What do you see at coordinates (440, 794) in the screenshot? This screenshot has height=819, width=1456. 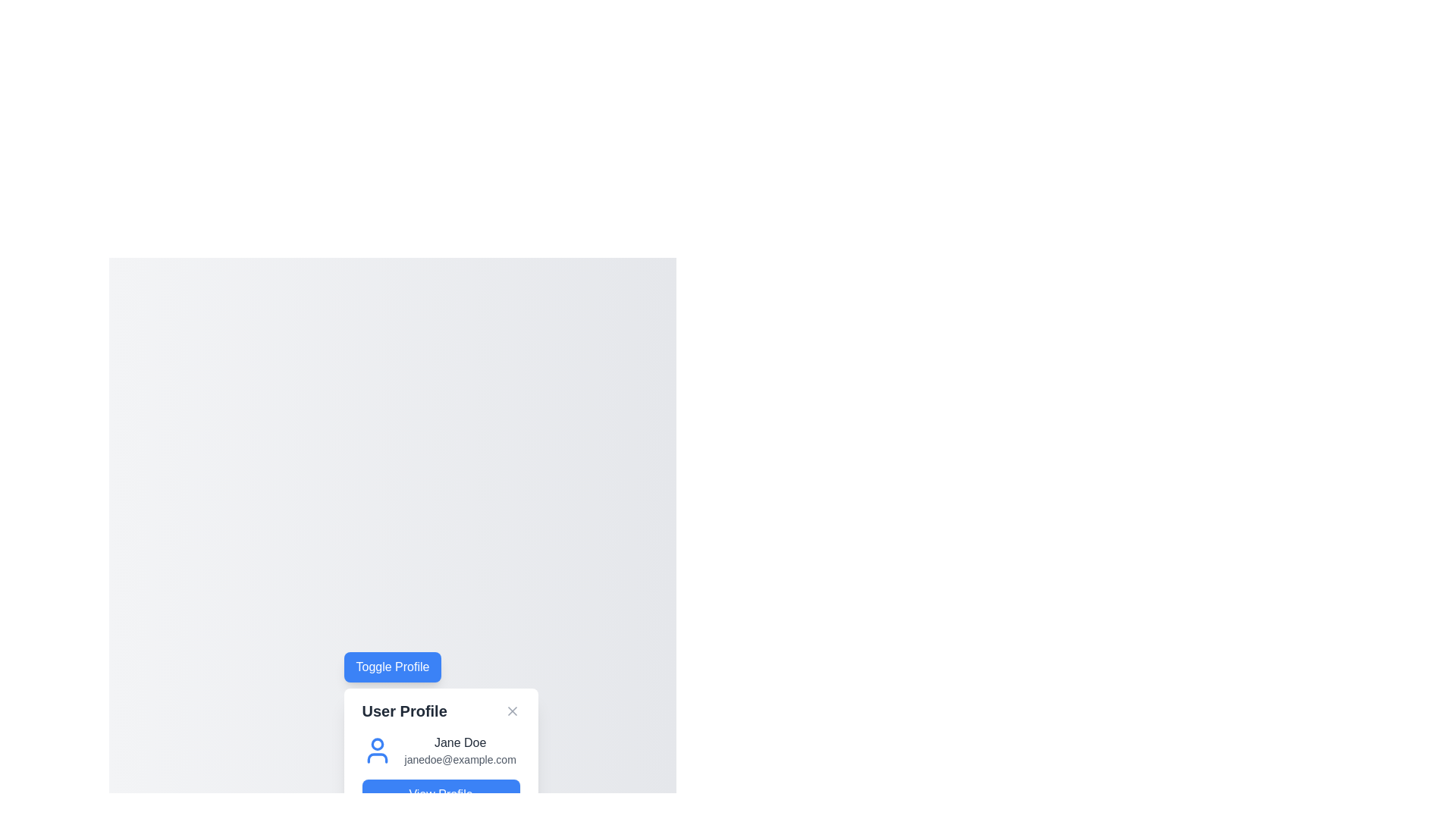 I see `the profile button located at the bottom-right corner of the card interface` at bounding box center [440, 794].